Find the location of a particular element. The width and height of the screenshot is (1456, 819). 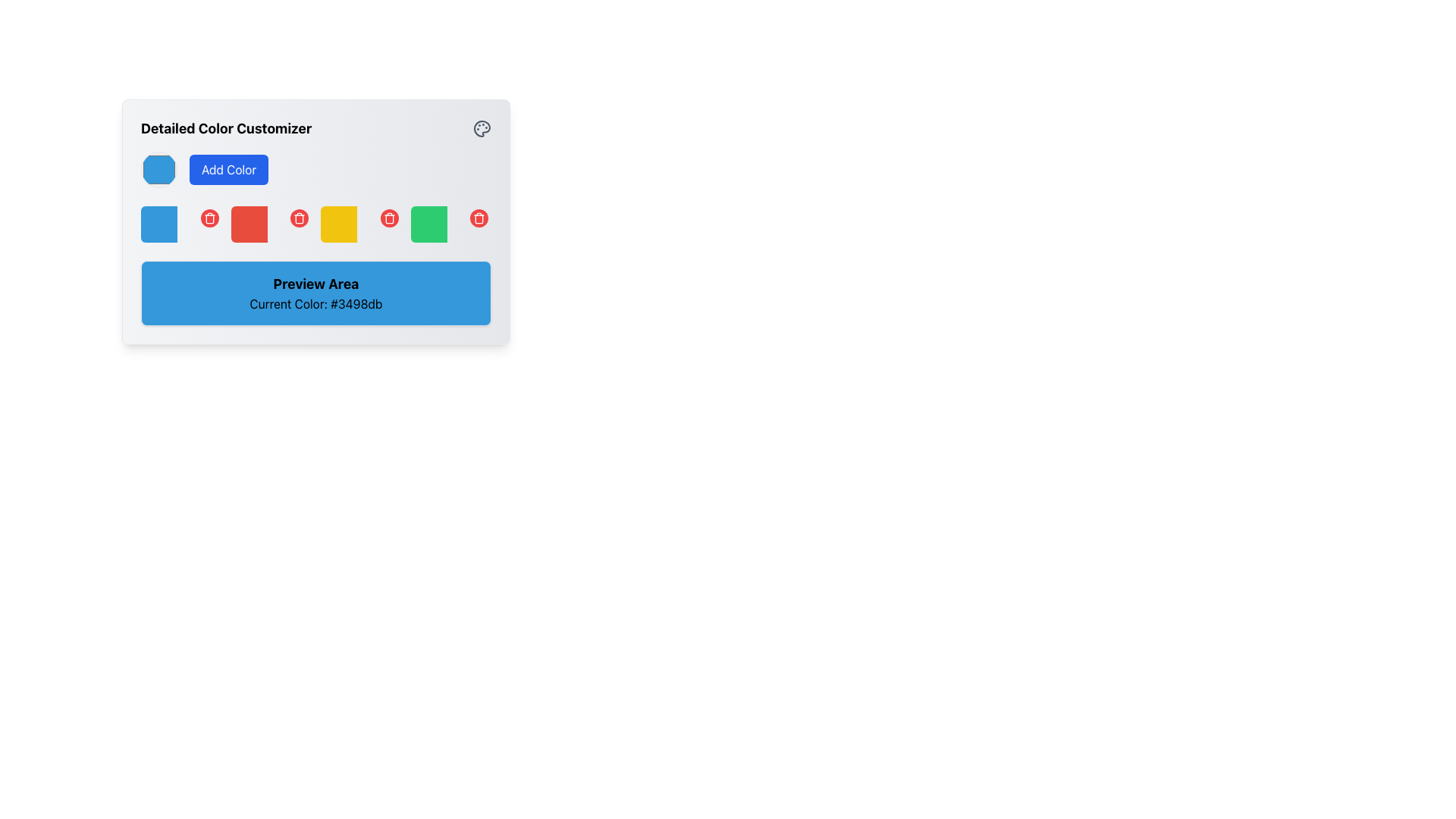

the Color Display Area with Button is located at coordinates (450, 224).